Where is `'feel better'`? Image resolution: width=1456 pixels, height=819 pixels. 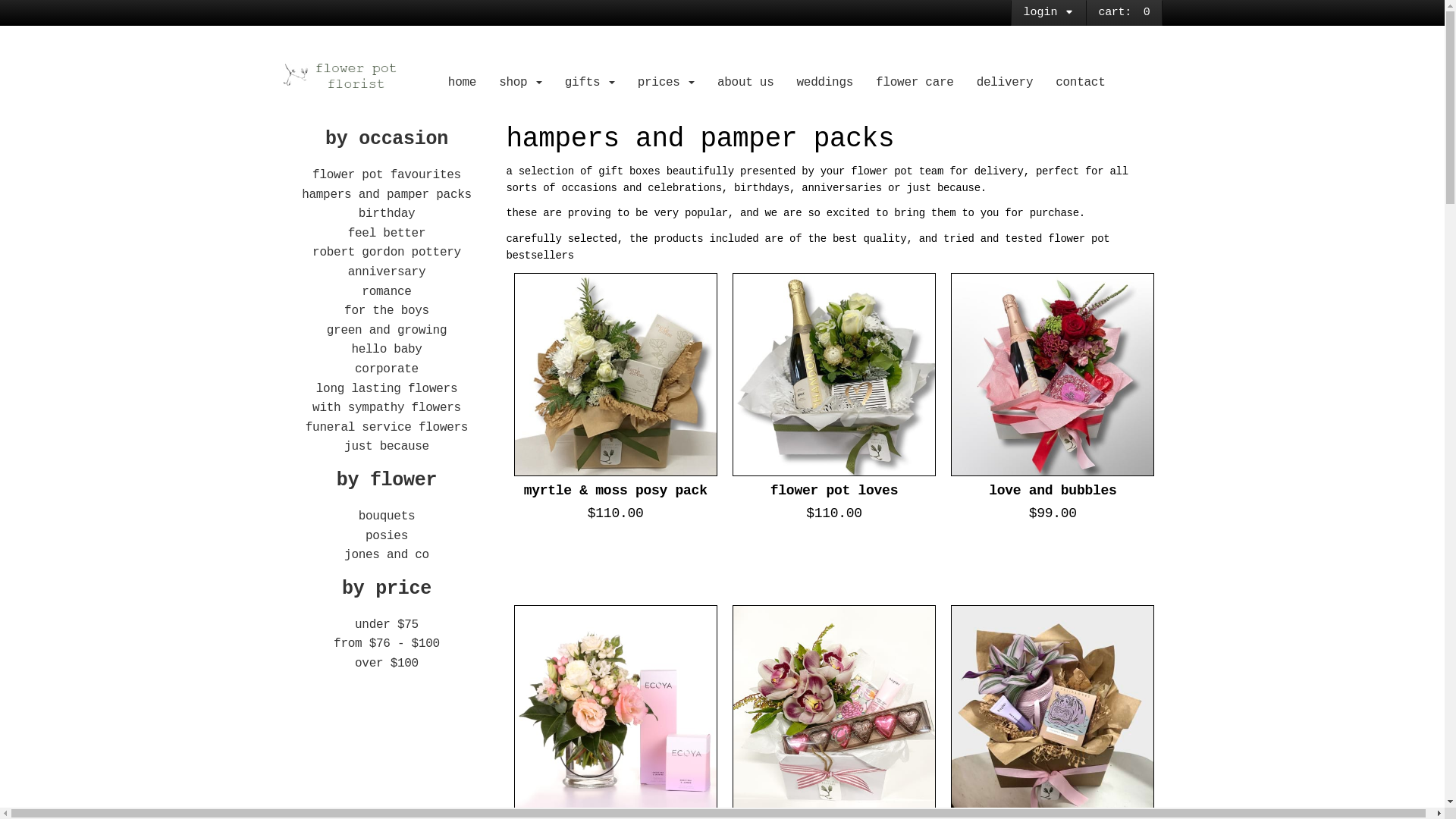
'feel better' is located at coordinates (347, 234).